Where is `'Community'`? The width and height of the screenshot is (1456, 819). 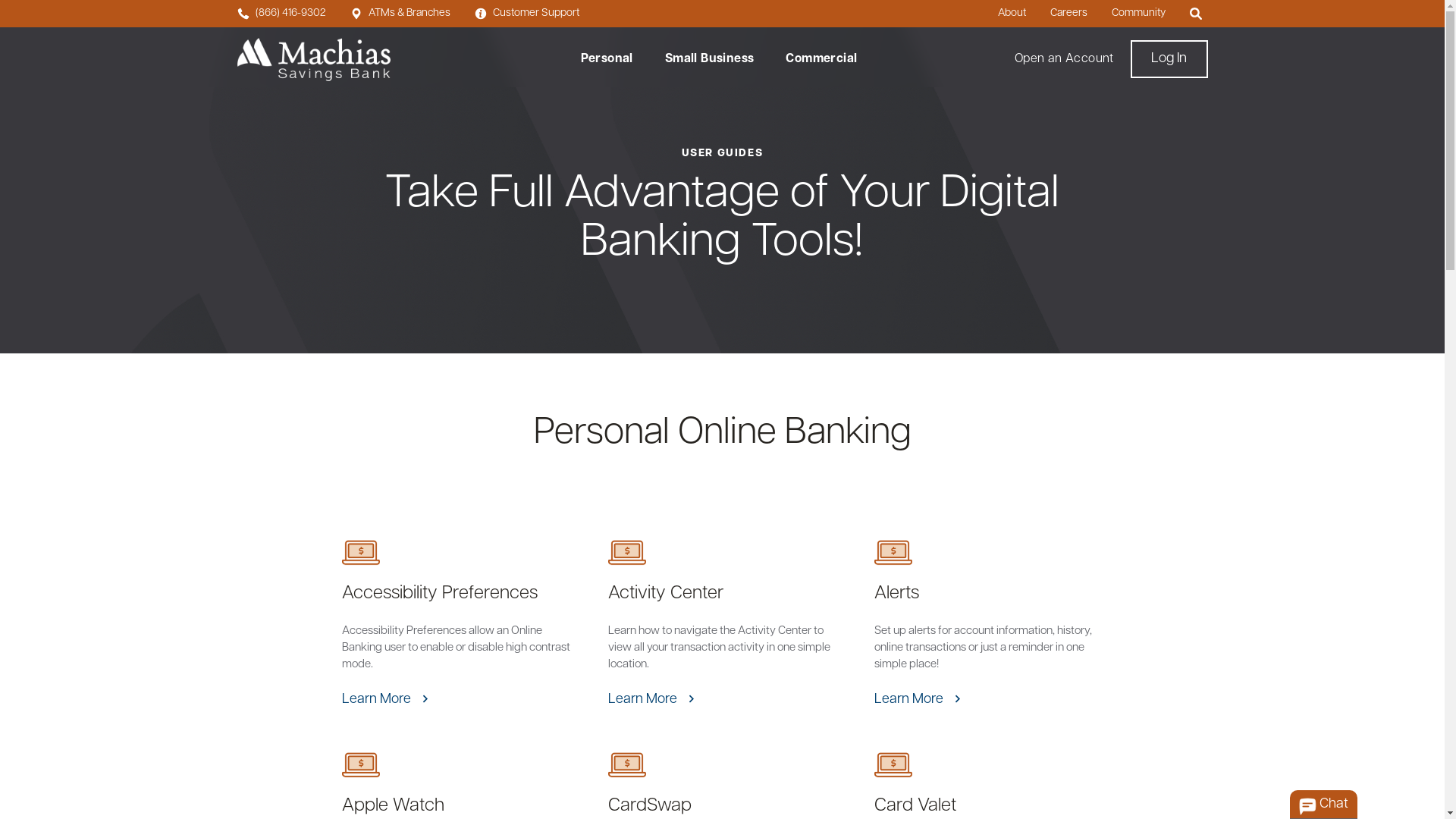
'Community' is located at coordinates (1138, 14).